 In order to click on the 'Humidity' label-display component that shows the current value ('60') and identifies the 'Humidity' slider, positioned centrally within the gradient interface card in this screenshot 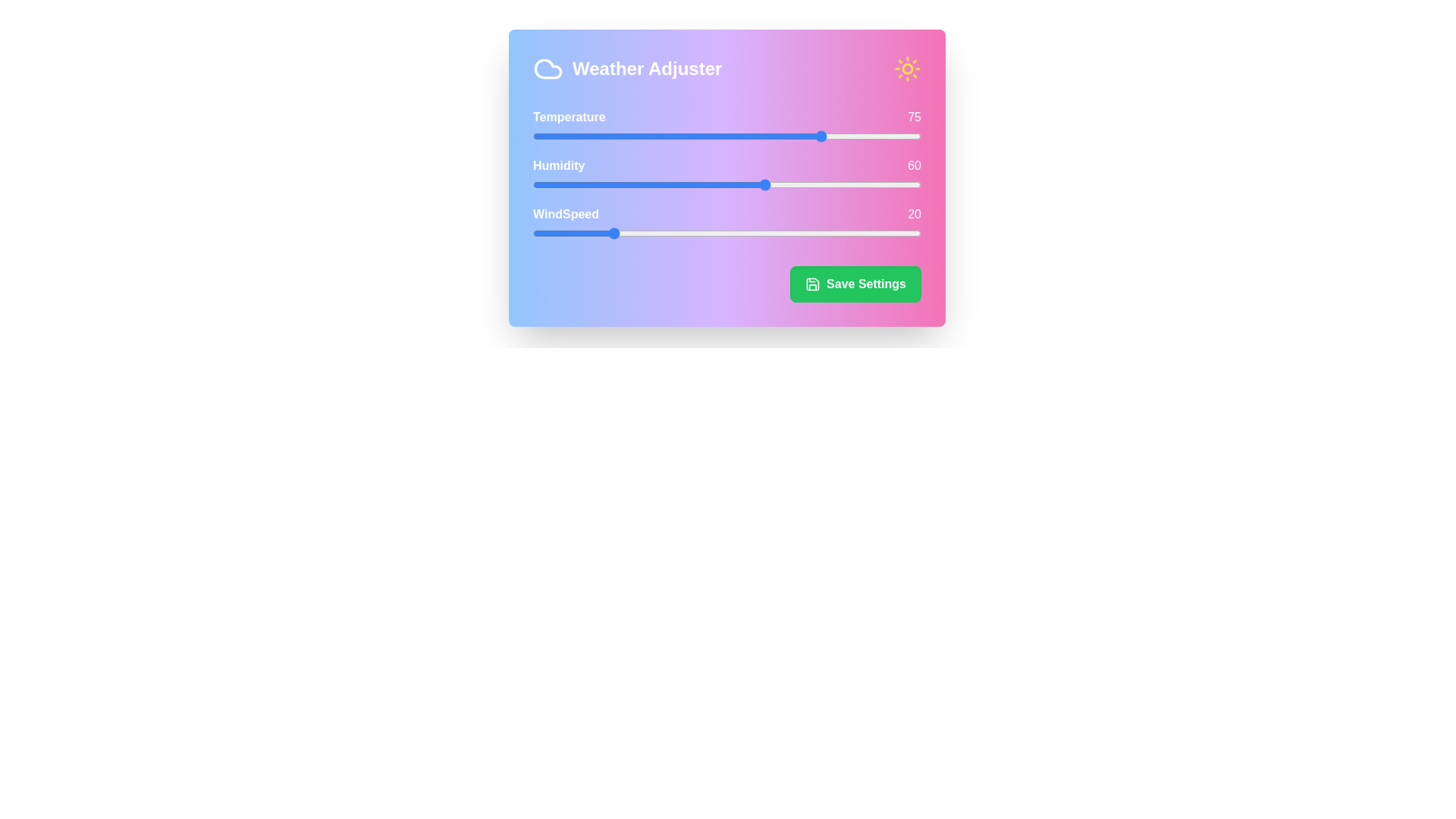, I will do `click(726, 166)`.